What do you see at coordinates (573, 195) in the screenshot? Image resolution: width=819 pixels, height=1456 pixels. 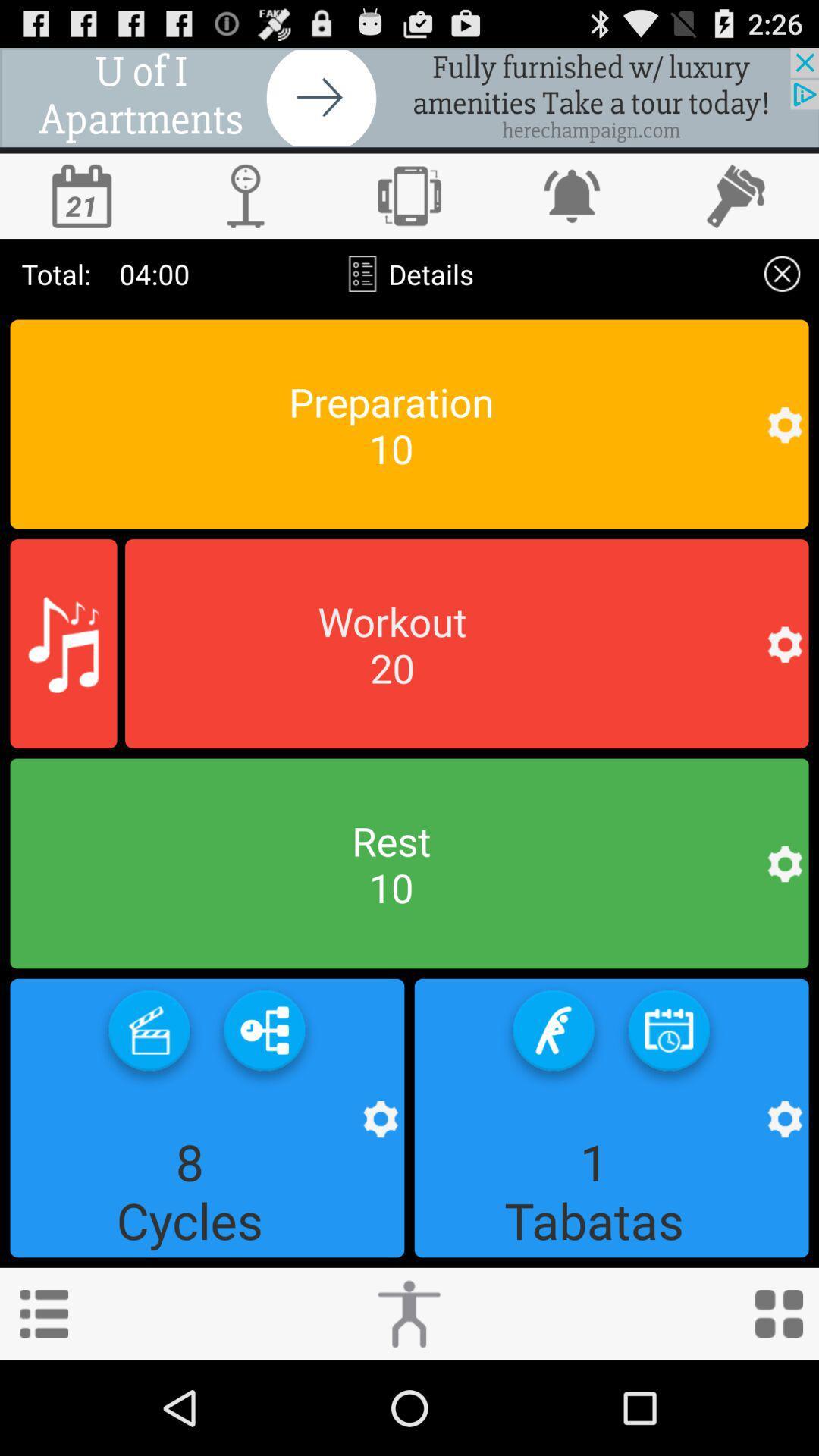 I see `bell` at bounding box center [573, 195].